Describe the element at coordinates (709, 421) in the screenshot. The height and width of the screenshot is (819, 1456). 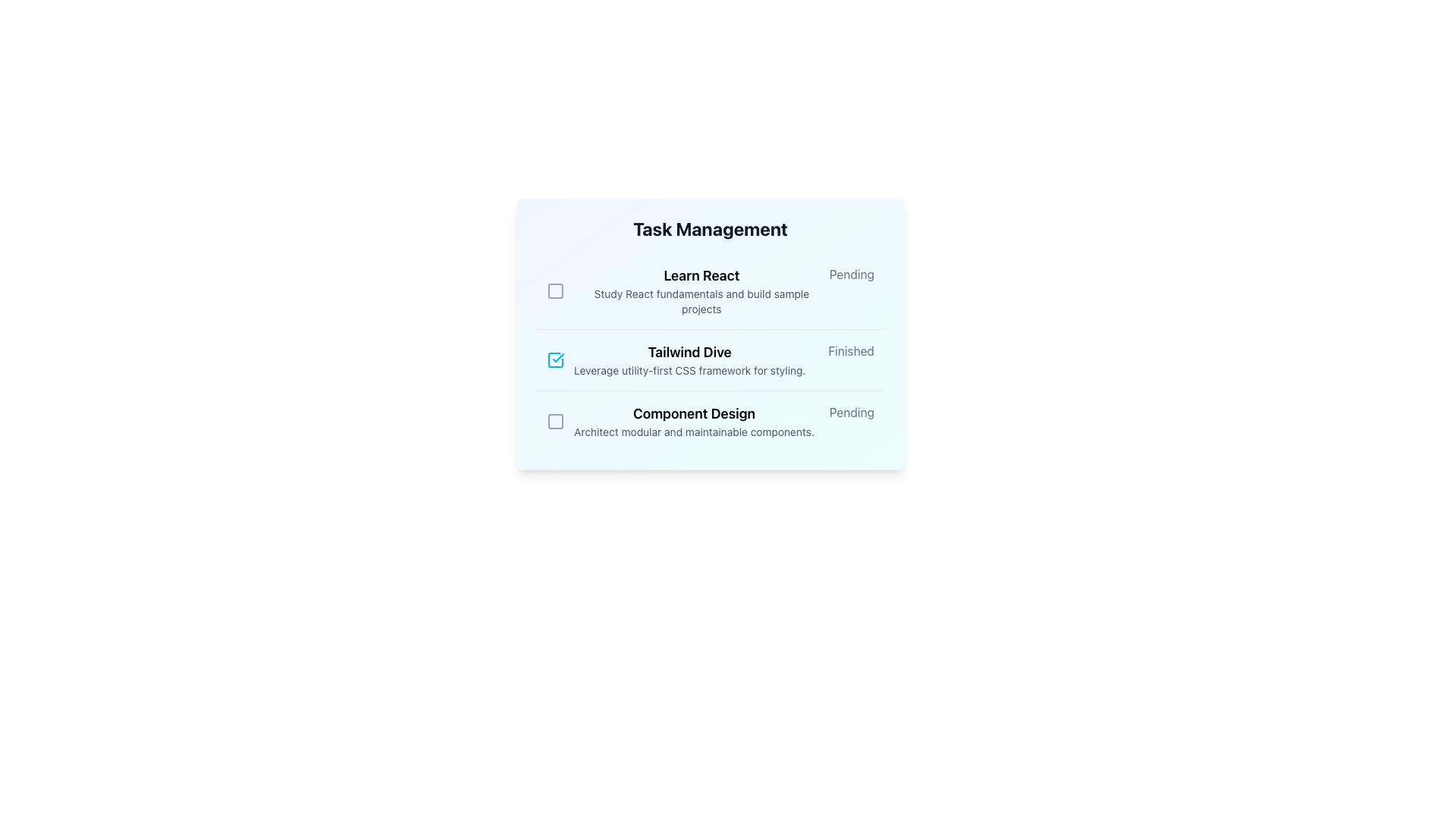
I see `the task item titled 'Component Design'` at that location.